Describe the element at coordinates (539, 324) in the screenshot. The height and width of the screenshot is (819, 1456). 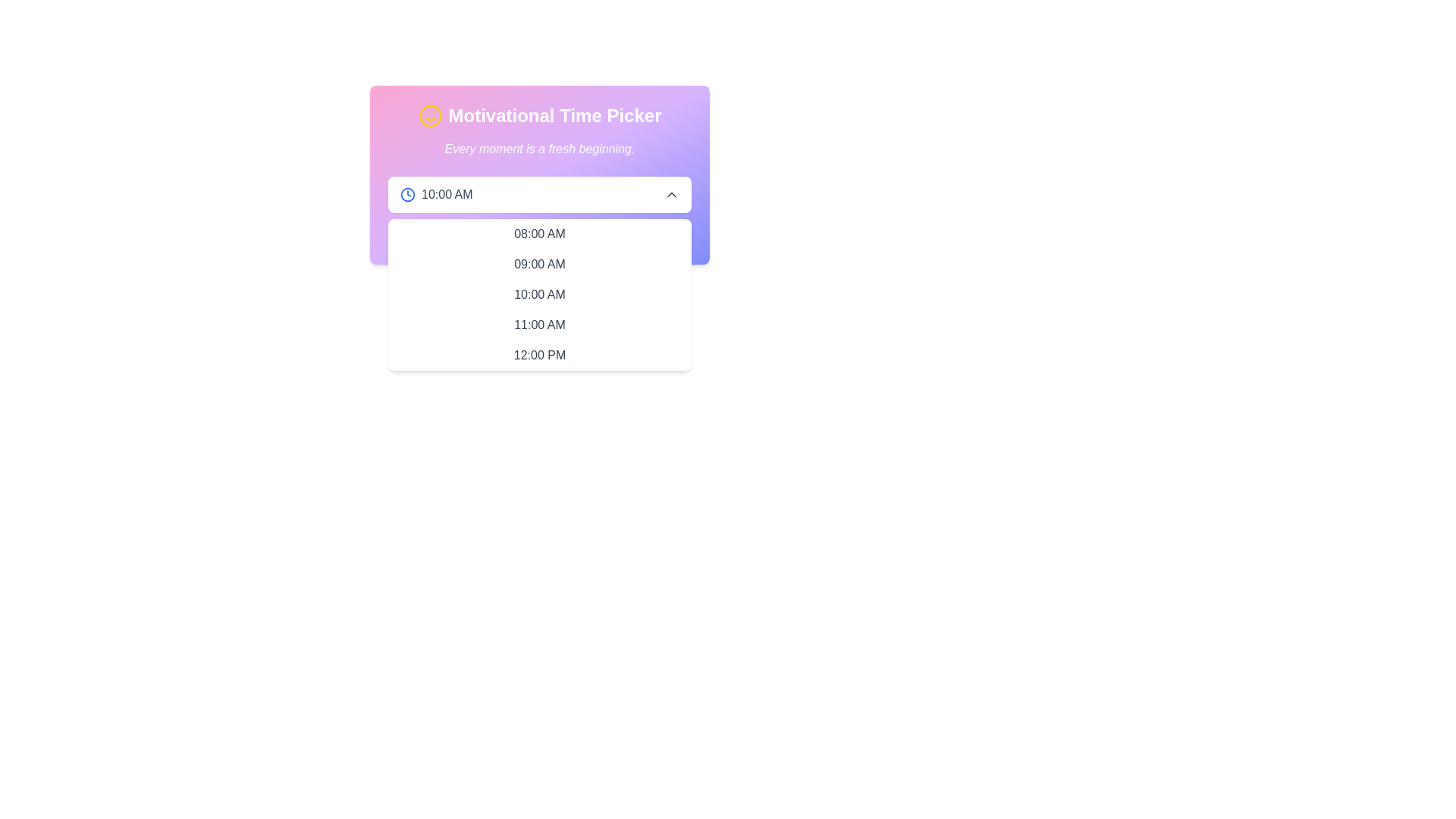
I see `the fourth selectable time slot in the dropdown menu, which is located directly below '10:00 AM' and above '12:00 PM'` at that location.